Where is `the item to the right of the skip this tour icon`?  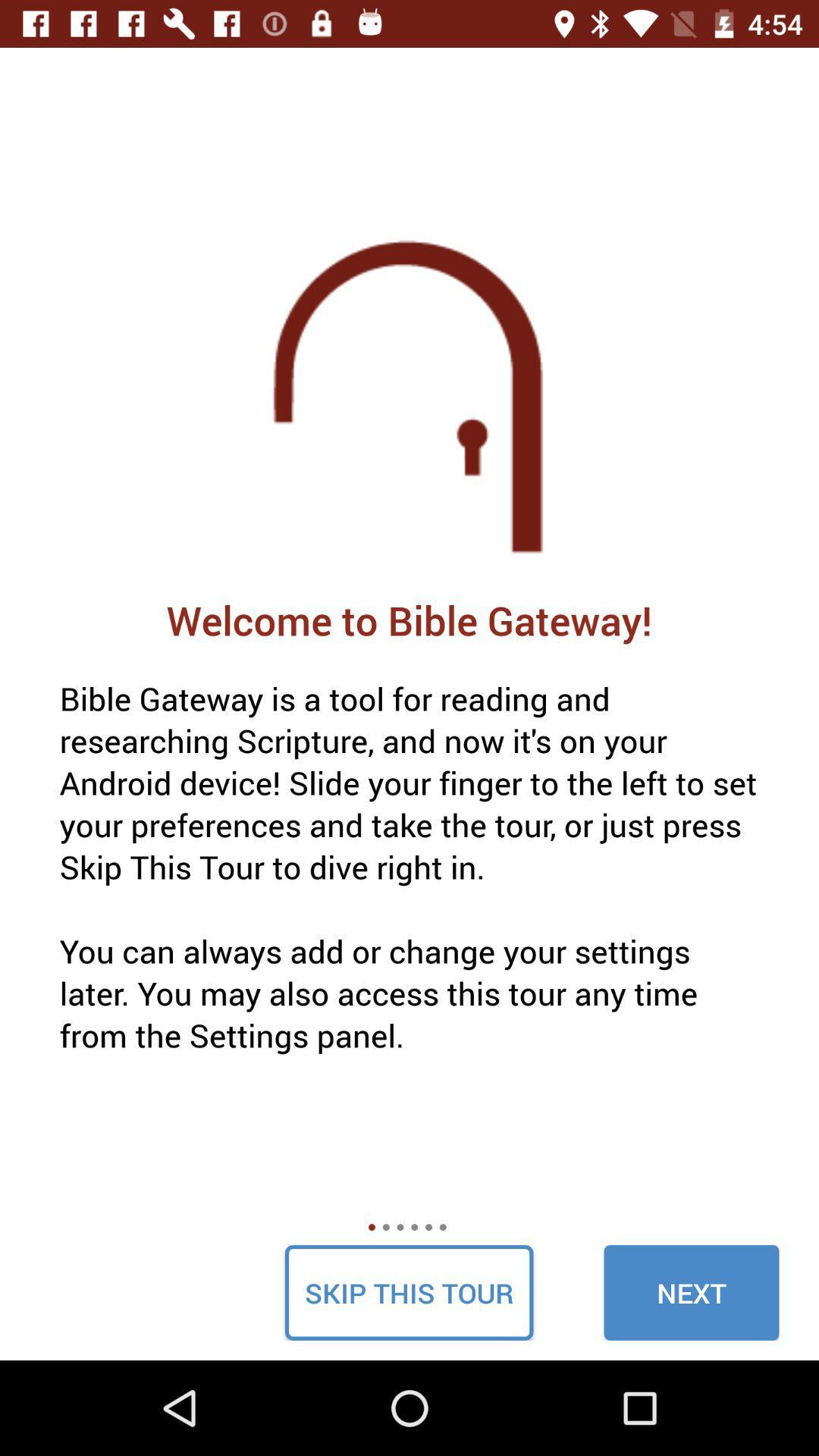 the item to the right of the skip this tour icon is located at coordinates (691, 1291).